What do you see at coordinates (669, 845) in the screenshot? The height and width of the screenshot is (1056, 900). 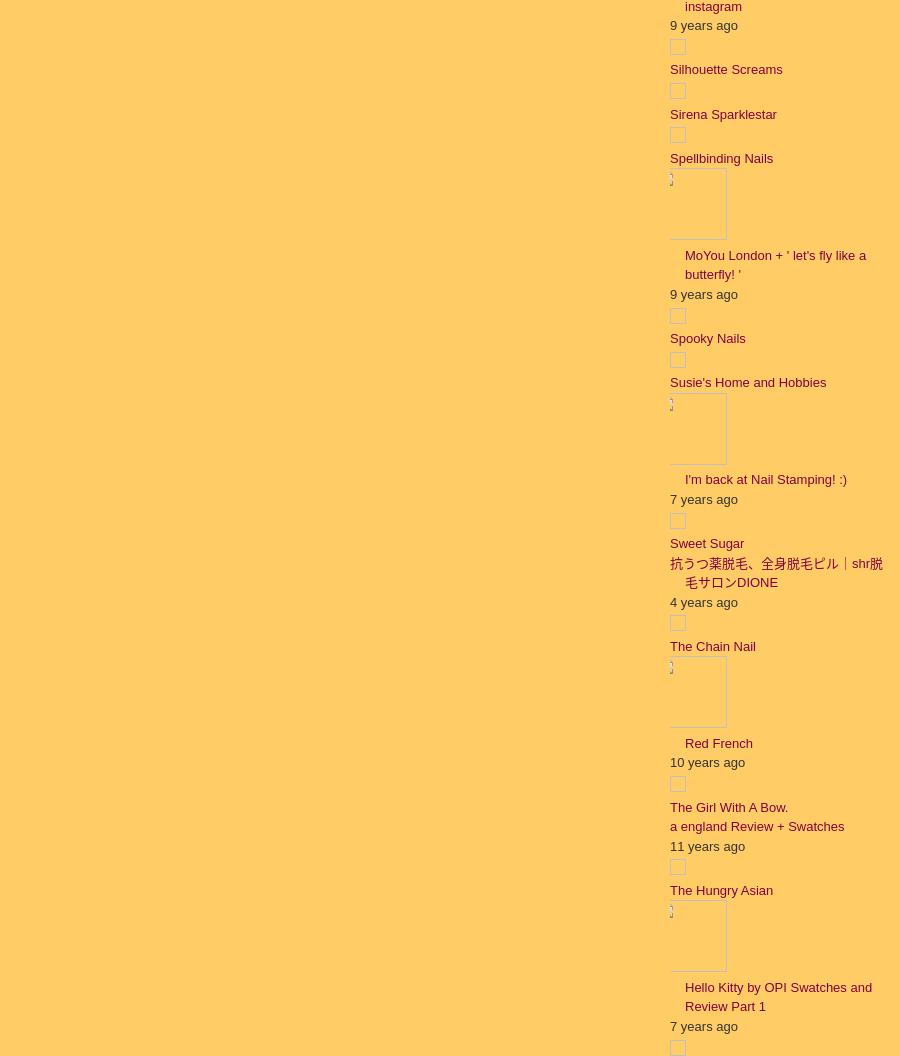 I see `'11 years ago'` at bounding box center [669, 845].